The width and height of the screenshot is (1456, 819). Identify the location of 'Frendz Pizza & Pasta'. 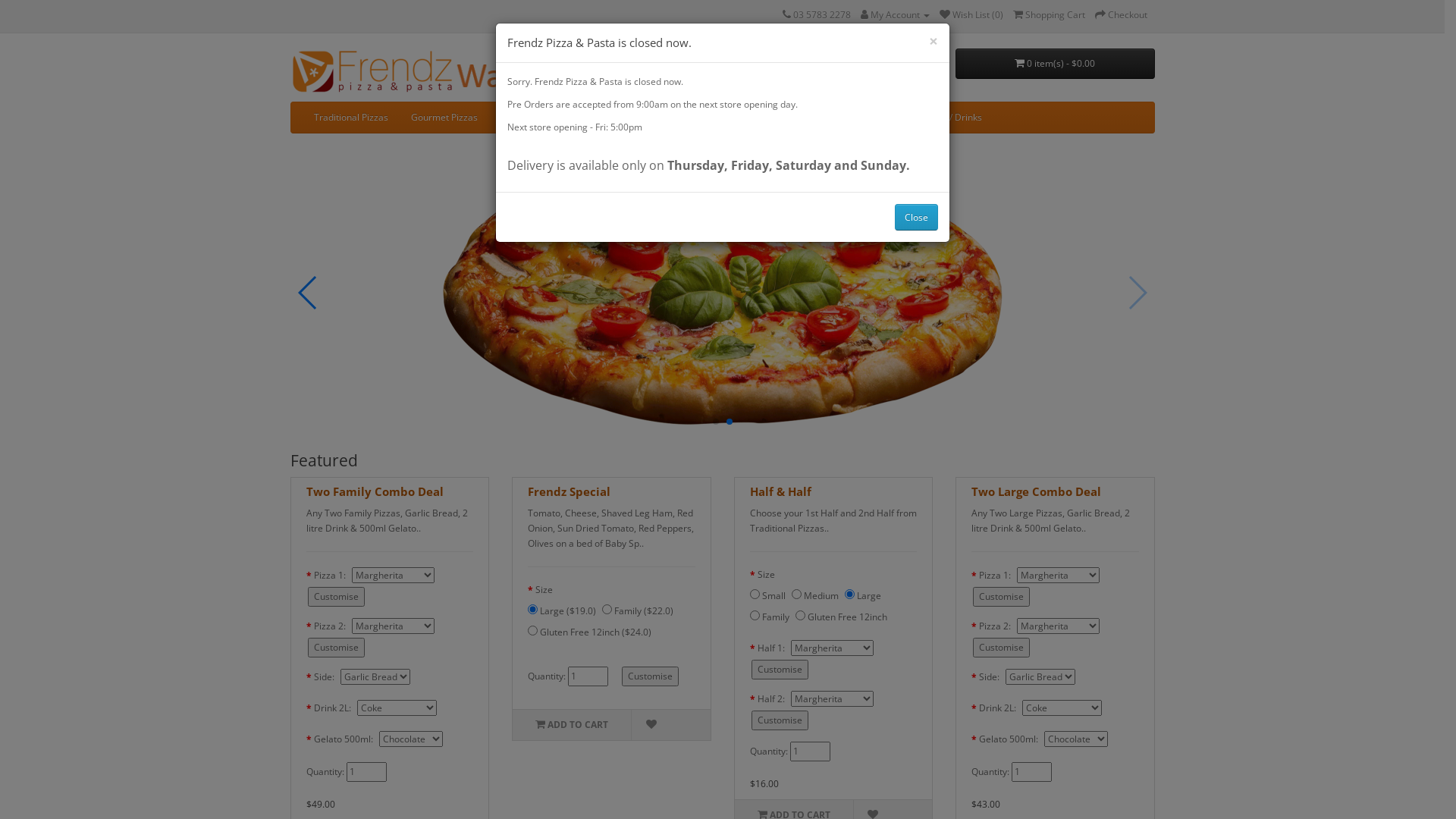
(421, 71).